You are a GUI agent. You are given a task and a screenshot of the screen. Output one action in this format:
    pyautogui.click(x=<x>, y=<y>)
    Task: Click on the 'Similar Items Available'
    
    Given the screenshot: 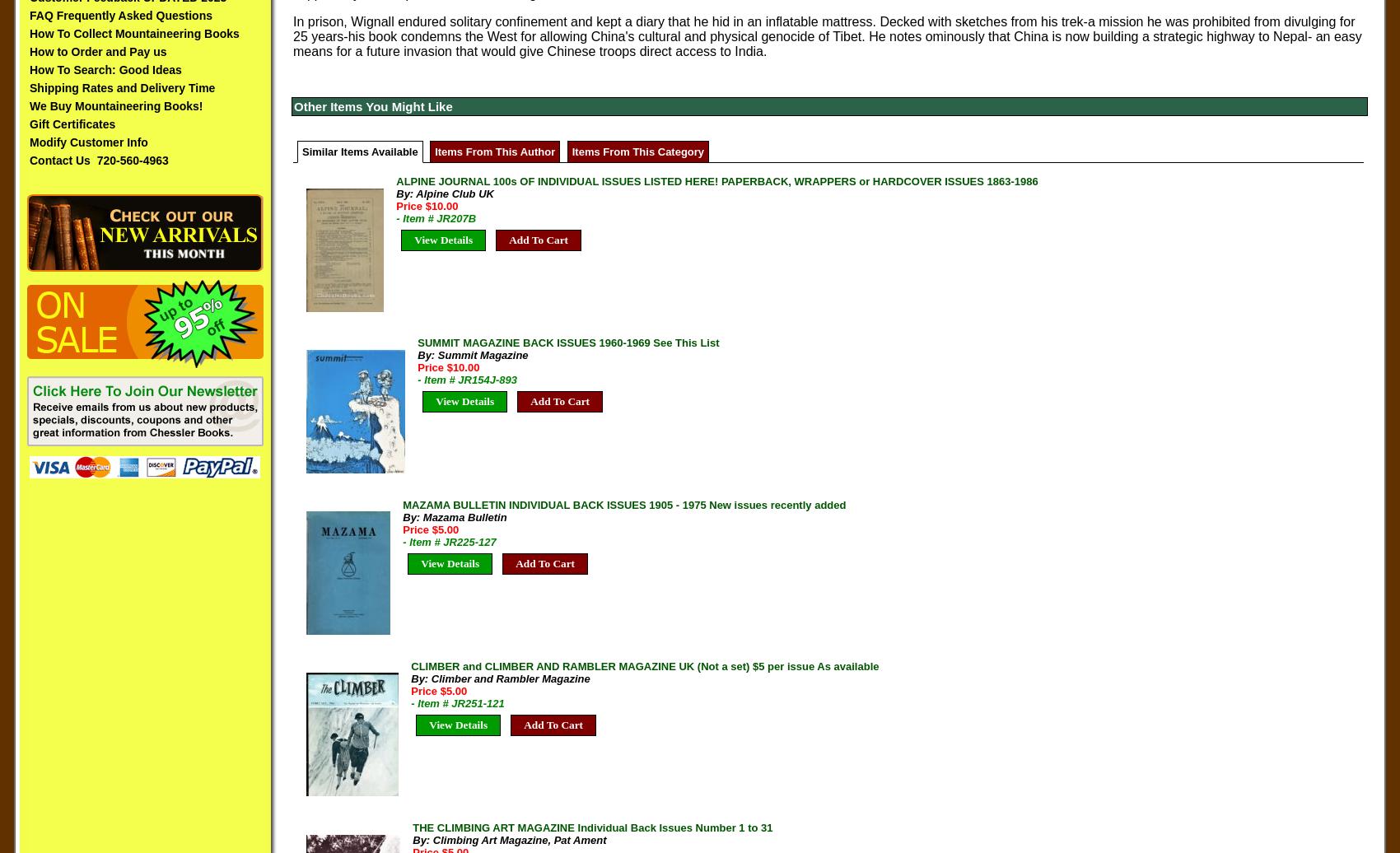 What is the action you would take?
    pyautogui.click(x=360, y=151)
    